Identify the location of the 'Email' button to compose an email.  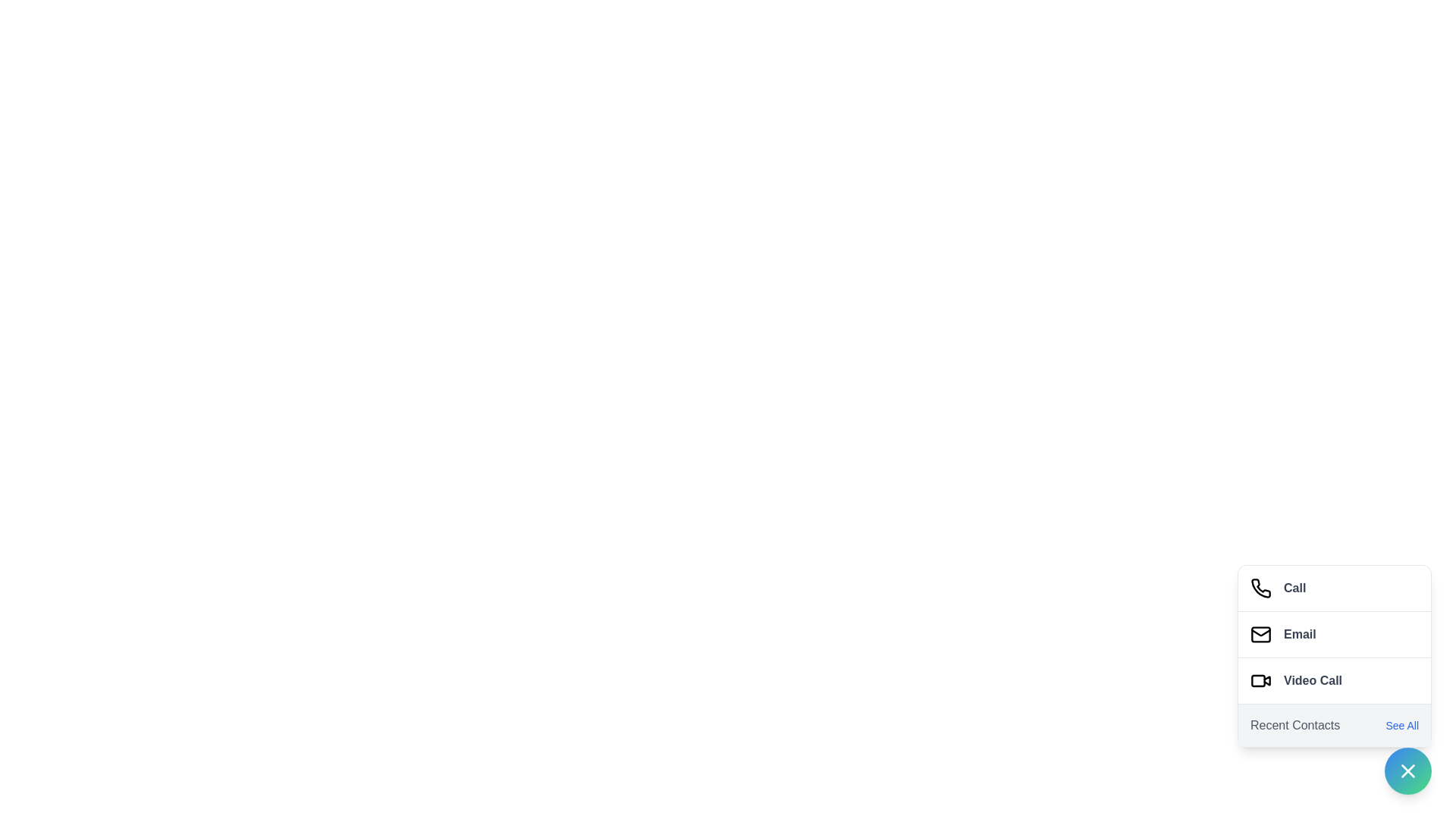
(1335, 635).